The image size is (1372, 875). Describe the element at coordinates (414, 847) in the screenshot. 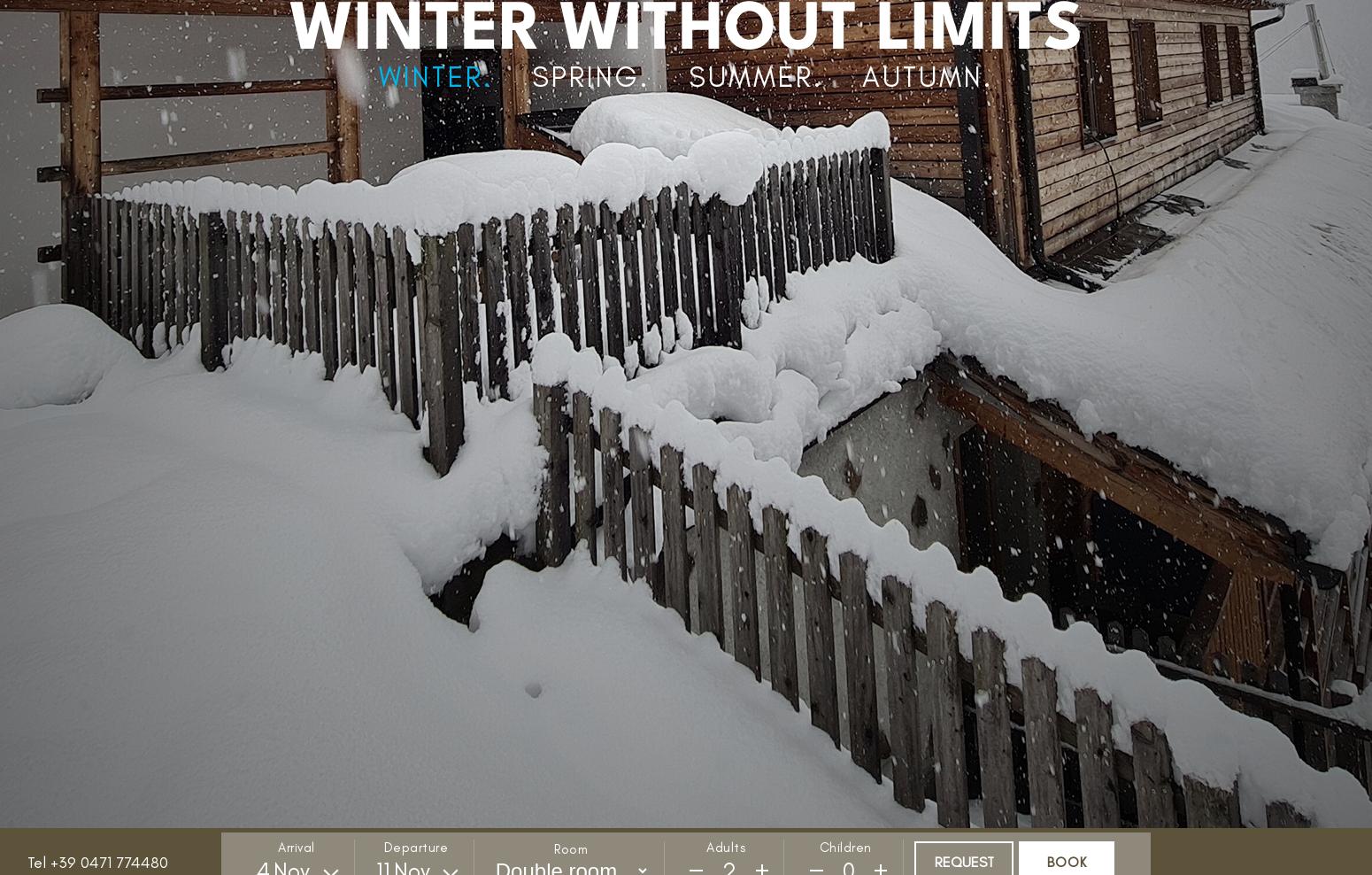

I see `'Departure'` at that location.